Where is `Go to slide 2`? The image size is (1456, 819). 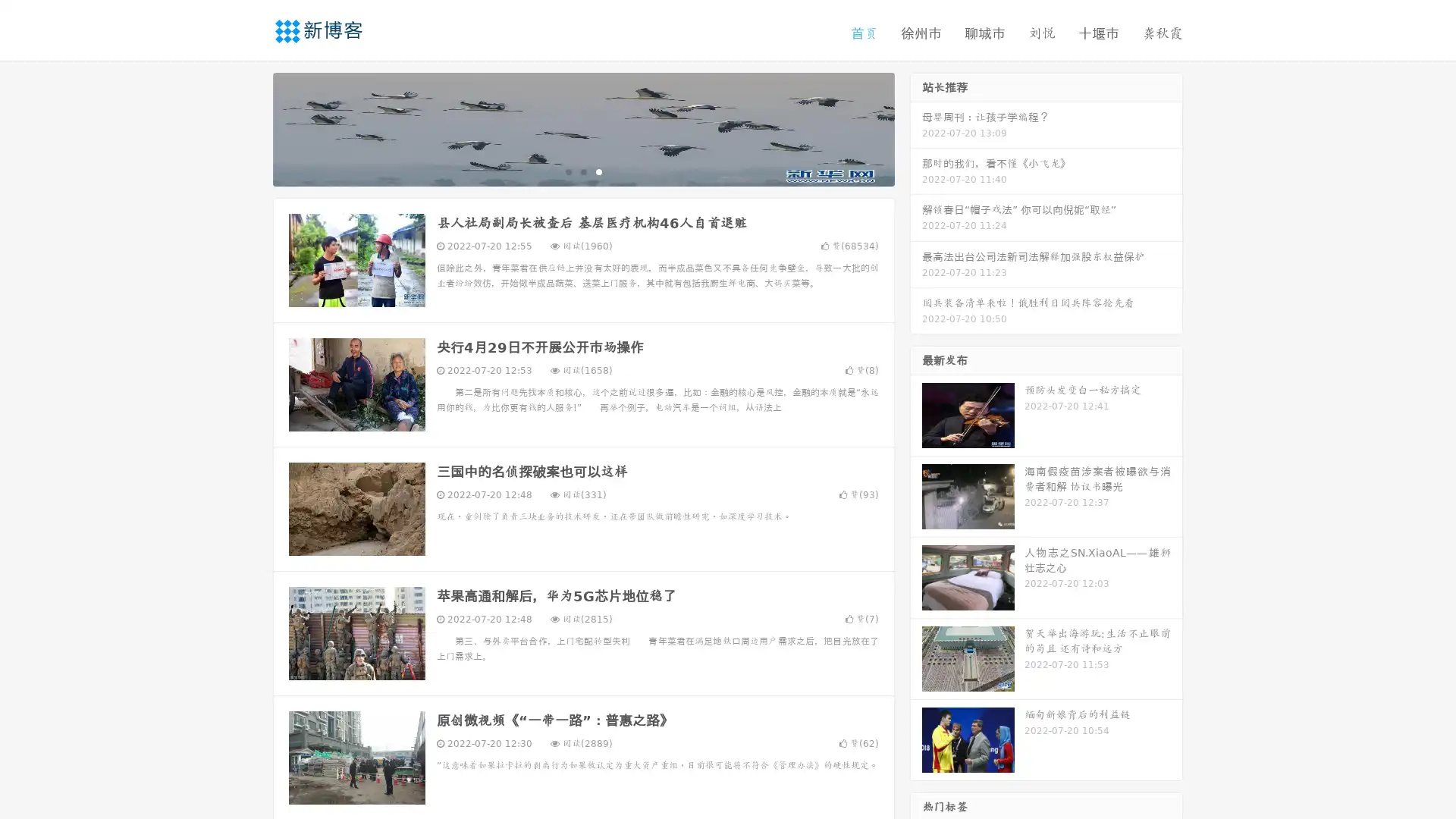
Go to slide 2 is located at coordinates (582, 171).